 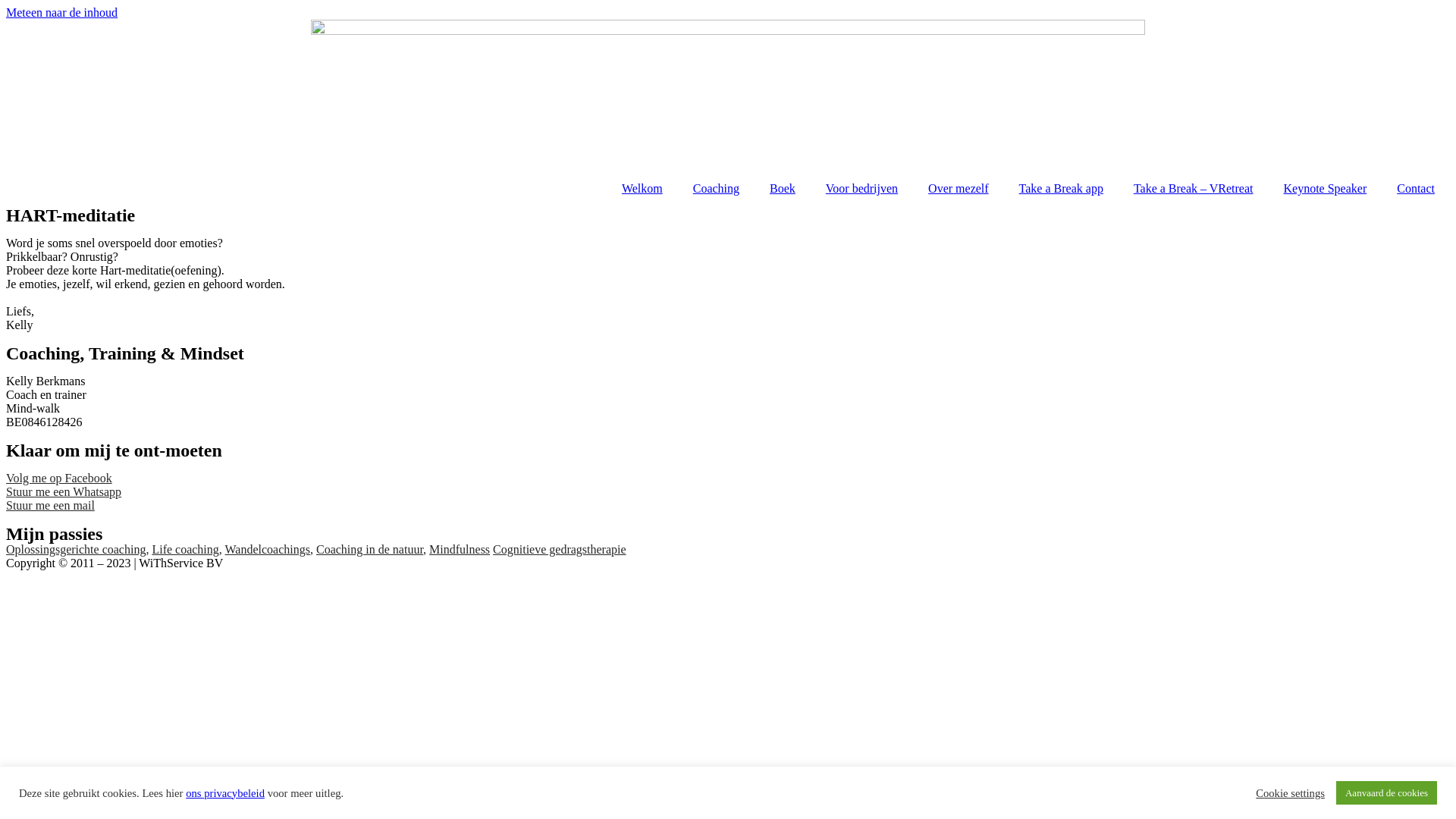 I want to click on 'Cognitieve gedragstherapie', so click(x=492, y=549).